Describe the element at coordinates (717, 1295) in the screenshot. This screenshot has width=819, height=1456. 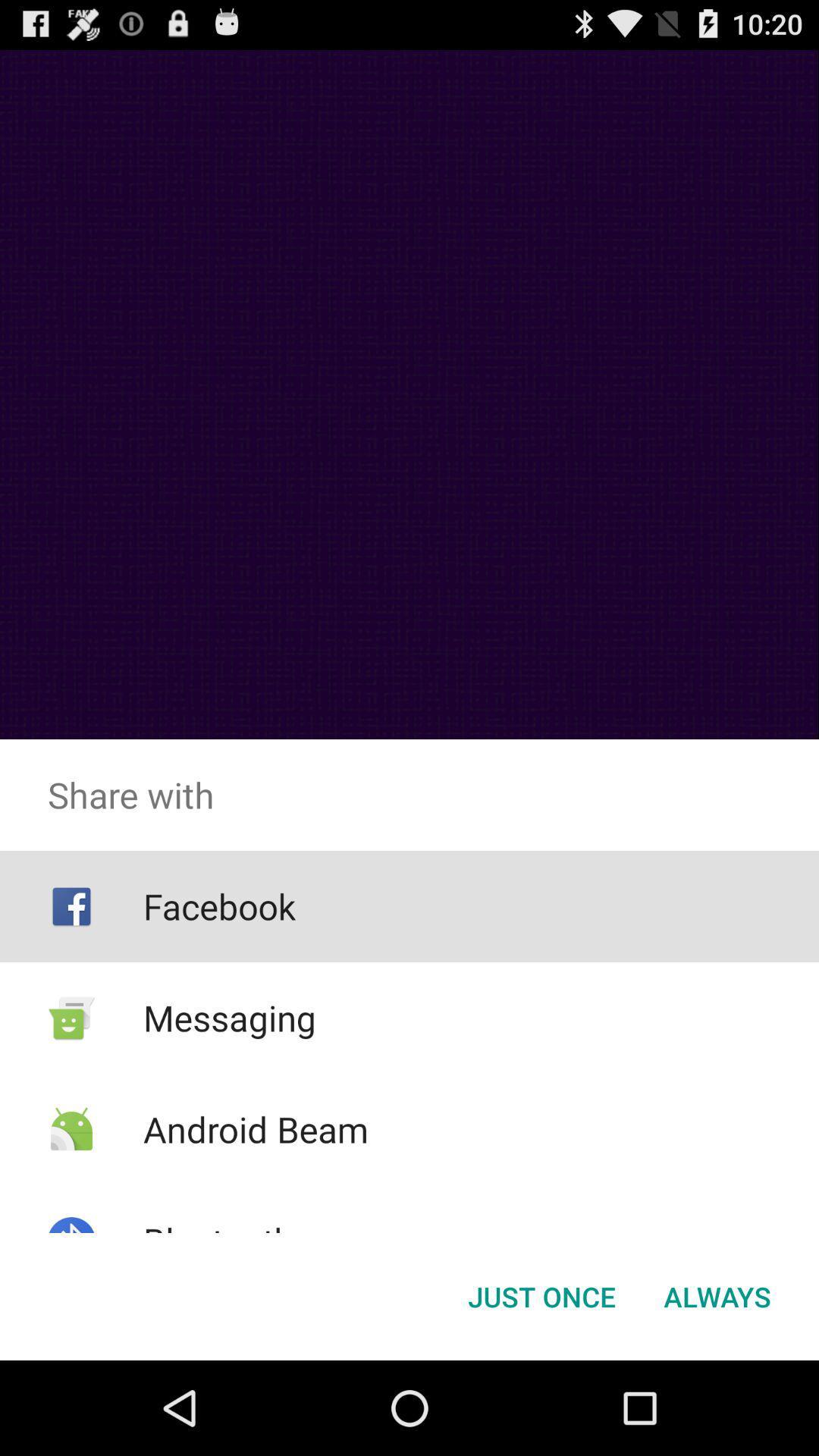
I see `the icon below the share with` at that location.